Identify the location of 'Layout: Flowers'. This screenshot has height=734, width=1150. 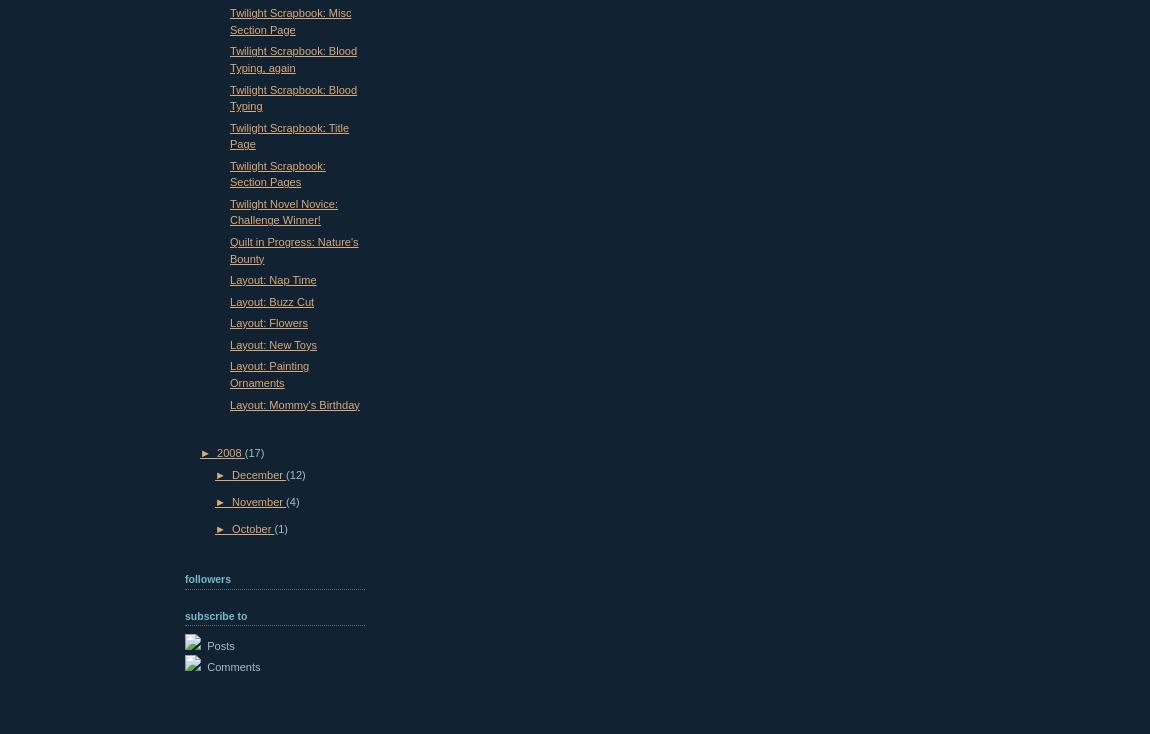
(267, 323).